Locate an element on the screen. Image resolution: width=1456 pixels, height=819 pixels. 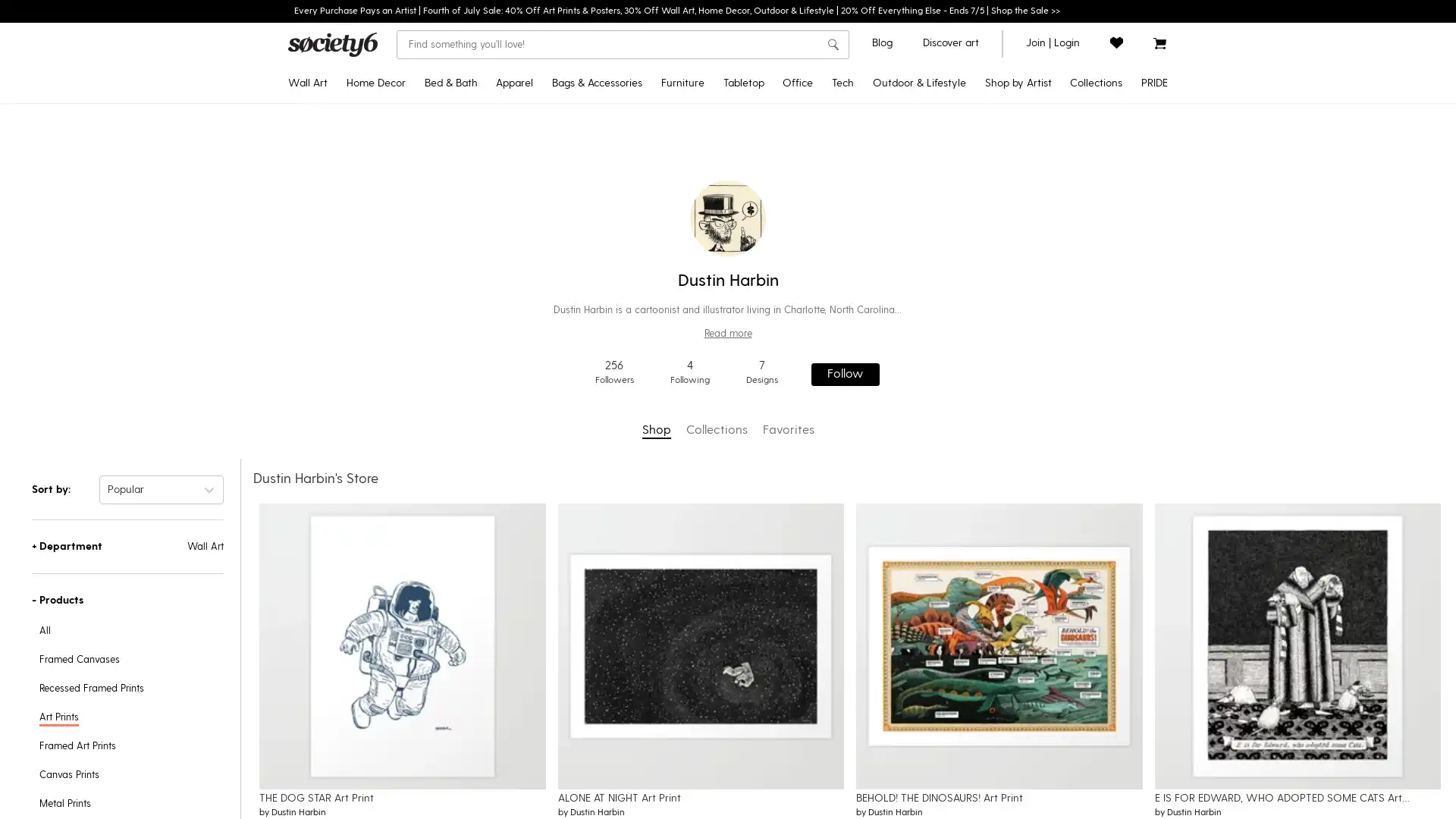
Wall Clocks is located at coordinates (404, 292).